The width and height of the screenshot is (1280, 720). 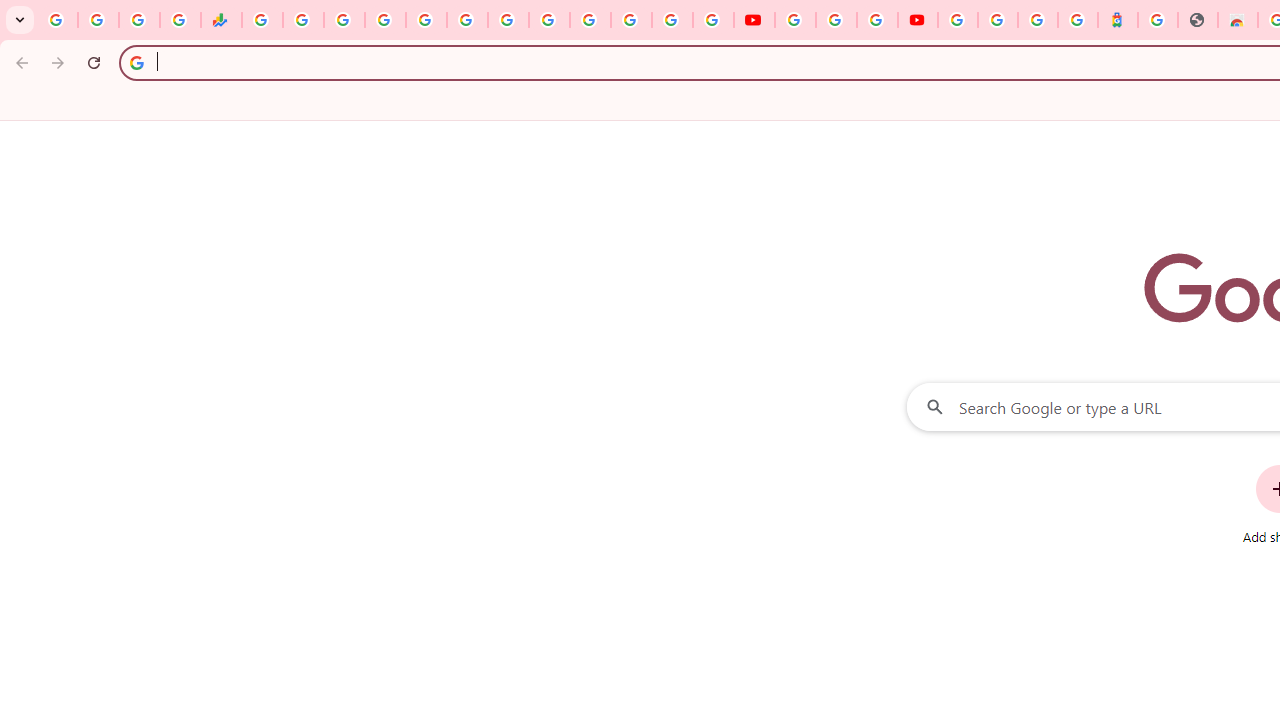 What do you see at coordinates (57, 20) in the screenshot?
I see `'Google Workspace Admin Community'` at bounding box center [57, 20].